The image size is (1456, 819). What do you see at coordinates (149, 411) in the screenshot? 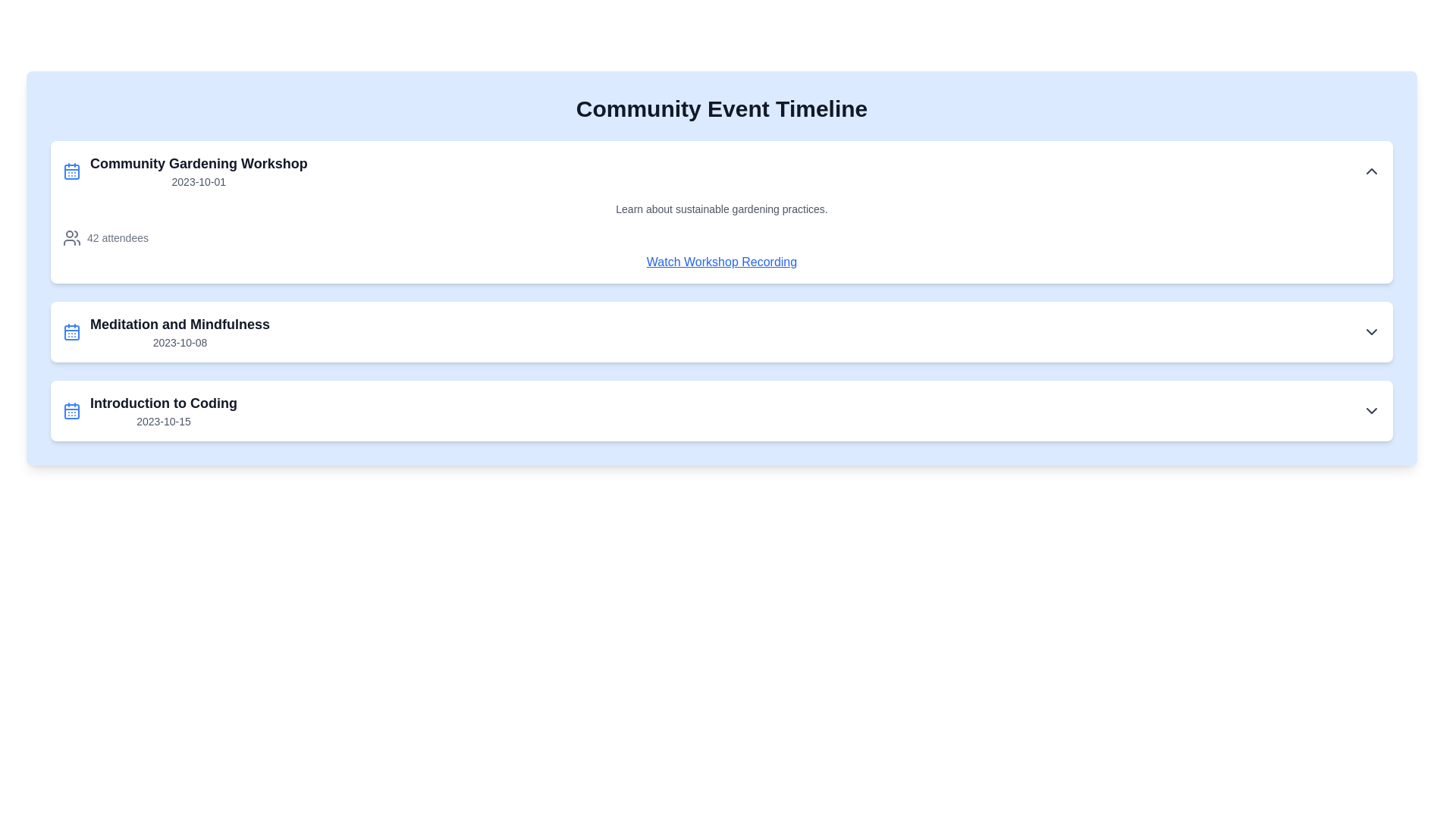
I see `the list item containing the blue calendar icon and the title 'Introduction to Coding'` at bounding box center [149, 411].